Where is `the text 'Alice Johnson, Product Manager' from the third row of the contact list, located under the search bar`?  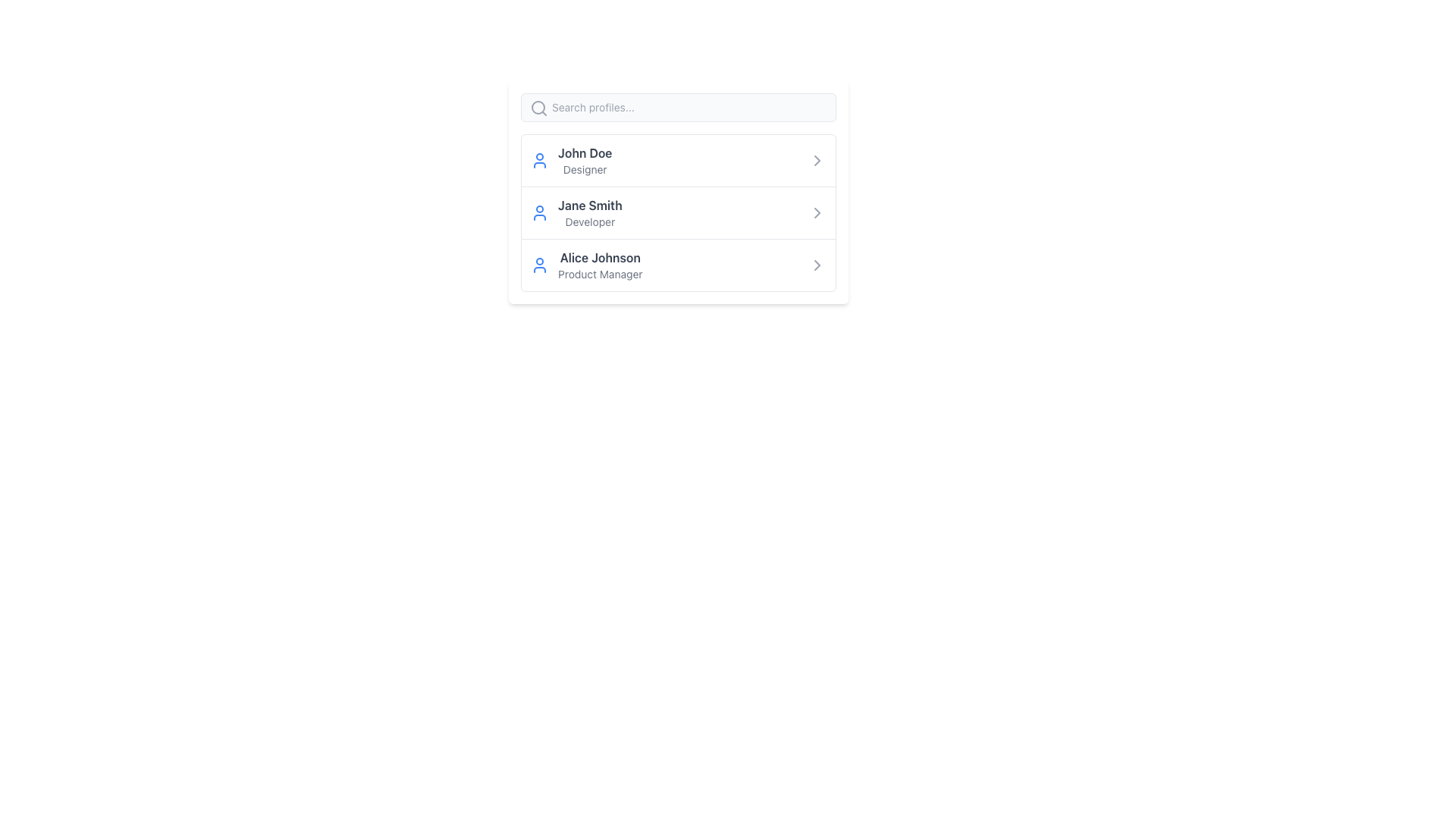
the text 'Alice Johnson, Product Manager' from the third row of the contact list, located under the search bar is located at coordinates (599, 265).